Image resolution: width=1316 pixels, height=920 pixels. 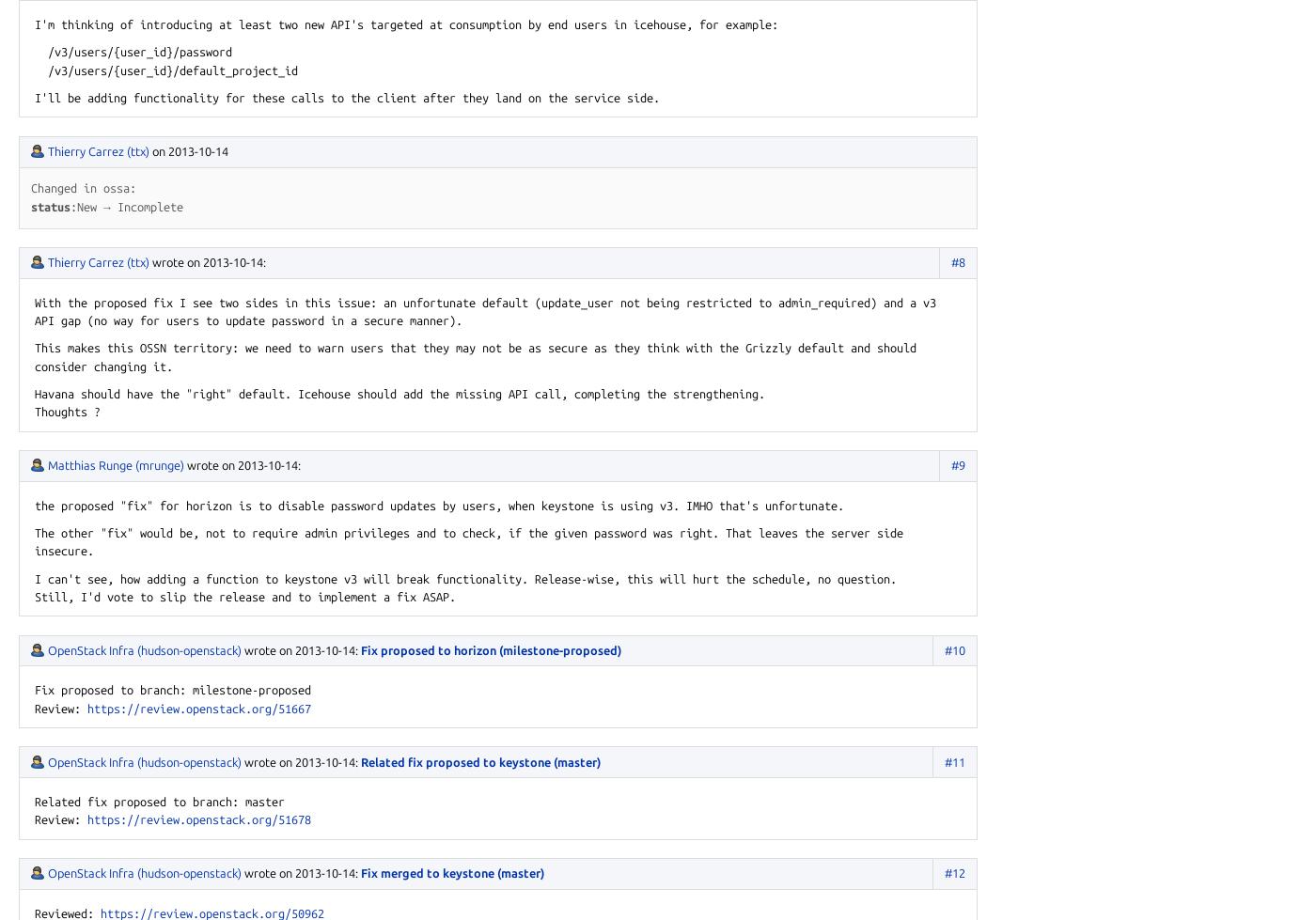 What do you see at coordinates (202, 52) in the screenshot?
I see `'/password'` at bounding box center [202, 52].